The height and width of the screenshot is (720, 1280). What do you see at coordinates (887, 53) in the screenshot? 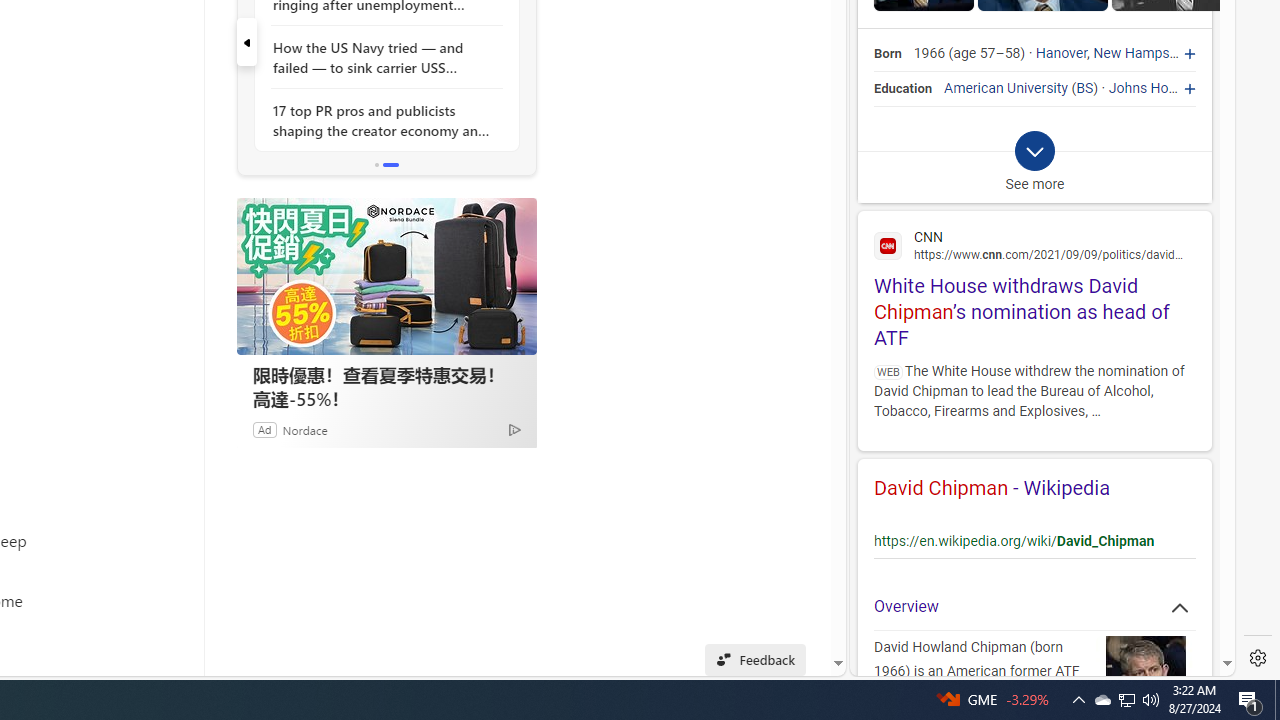
I see `'Born'` at bounding box center [887, 53].